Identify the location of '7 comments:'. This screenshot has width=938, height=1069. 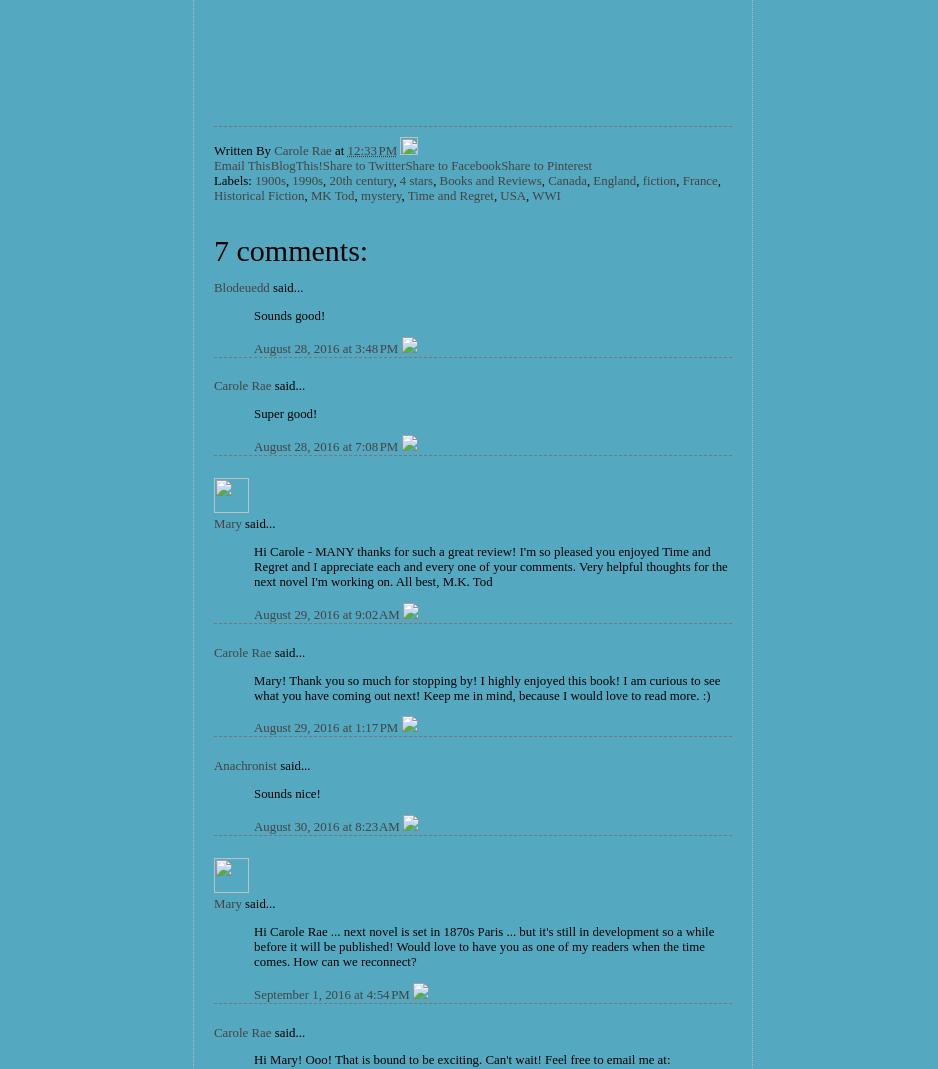
(290, 248).